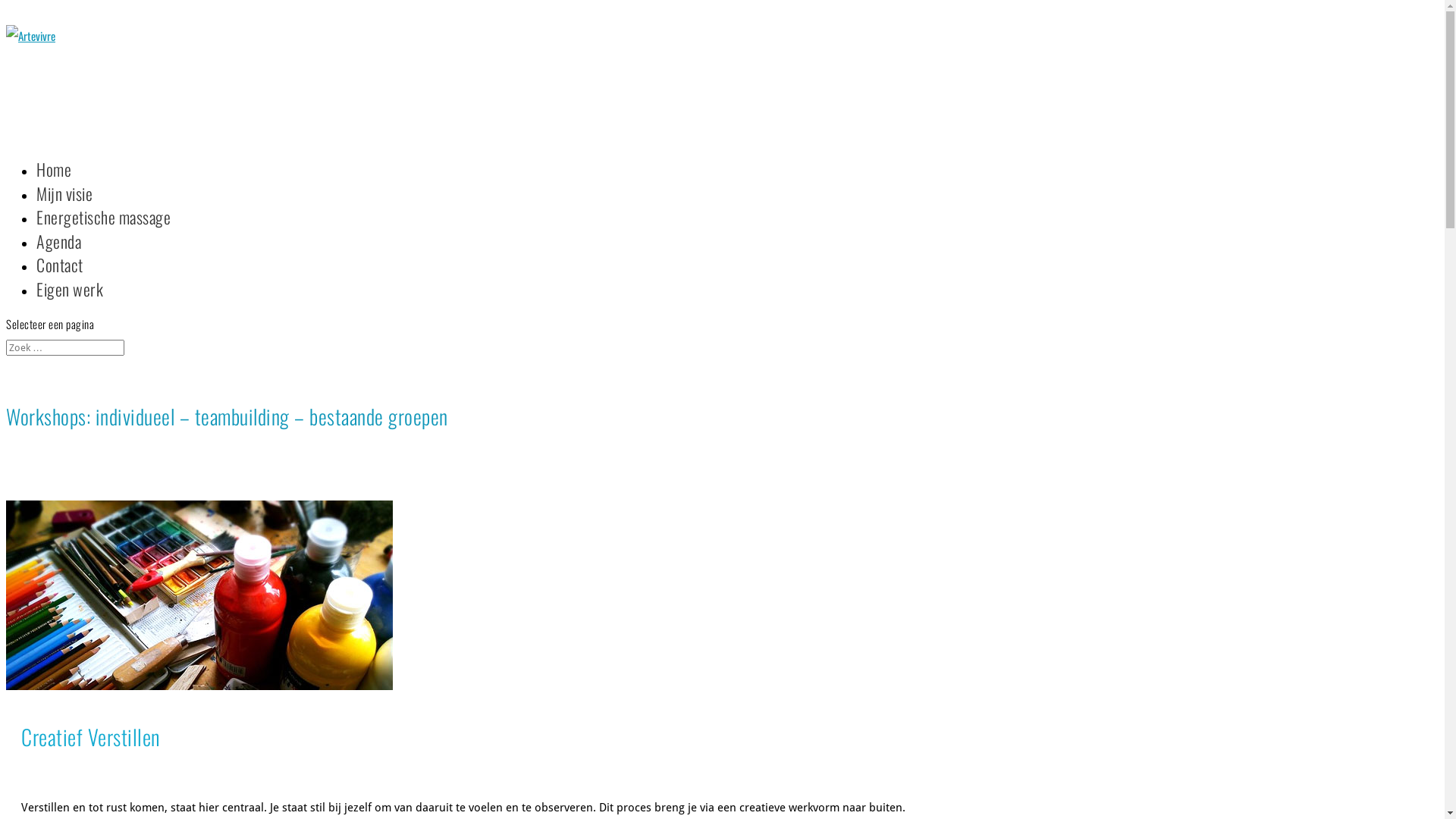 The width and height of the screenshot is (1456, 819). What do you see at coordinates (6, 347) in the screenshot?
I see `'Zoek naar:'` at bounding box center [6, 347].